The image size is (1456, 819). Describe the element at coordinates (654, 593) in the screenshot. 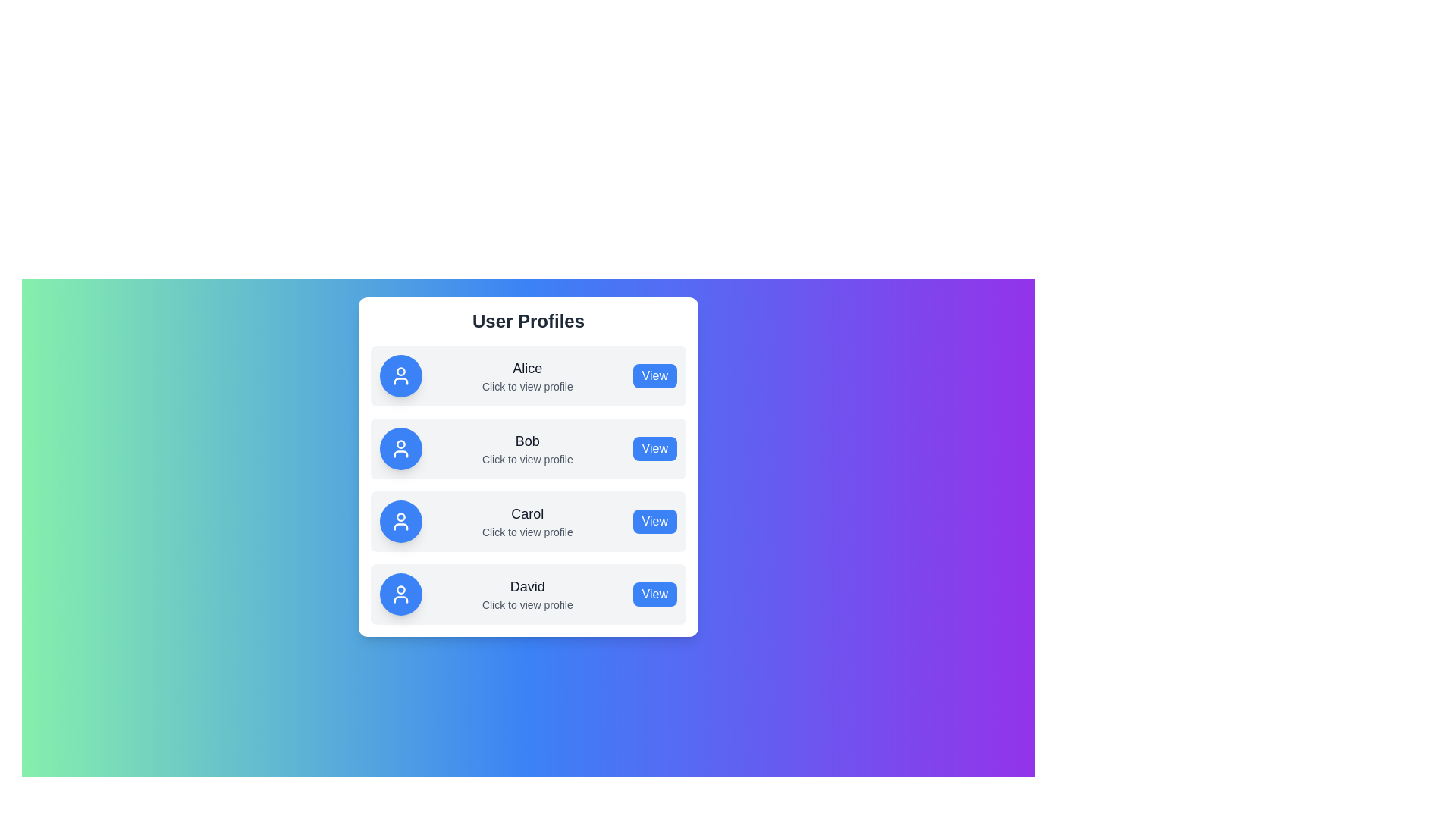

I see `the button on the far right of the row corresponding to 'David'` at that location.